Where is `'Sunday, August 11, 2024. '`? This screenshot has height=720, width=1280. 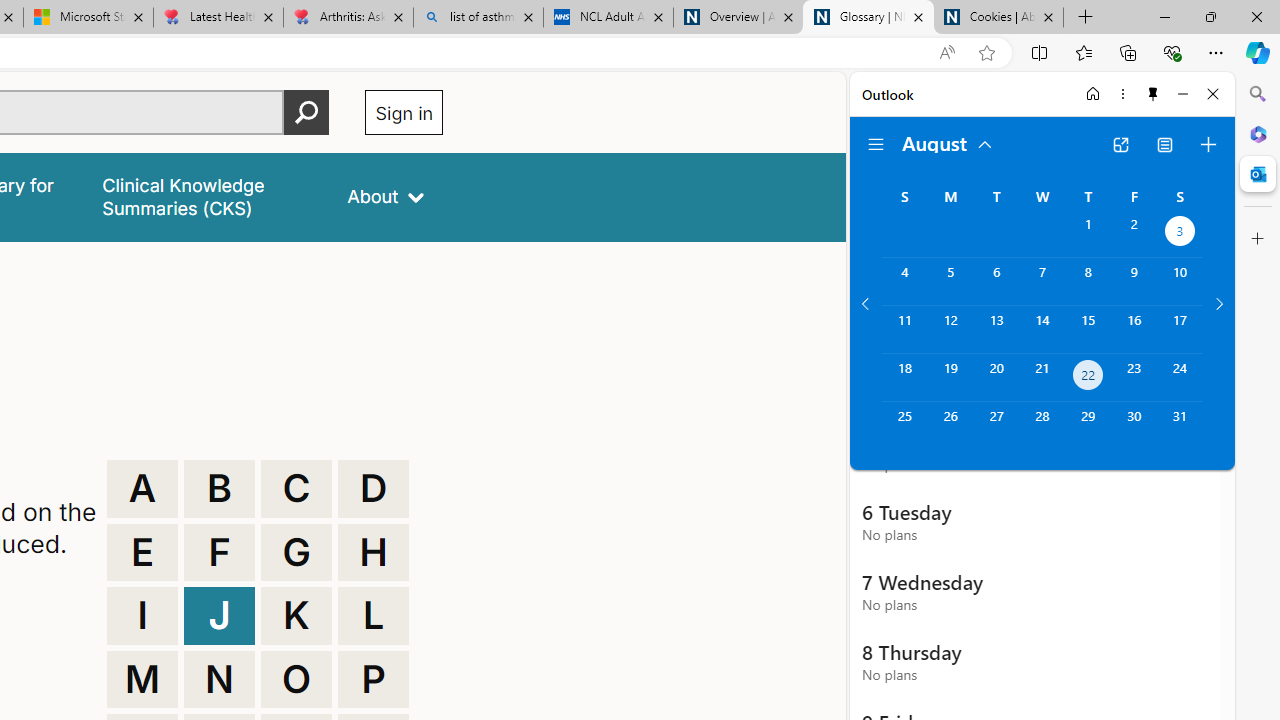 'Sunday, August 11, 2024. ' is located at coordinates (903, 328).